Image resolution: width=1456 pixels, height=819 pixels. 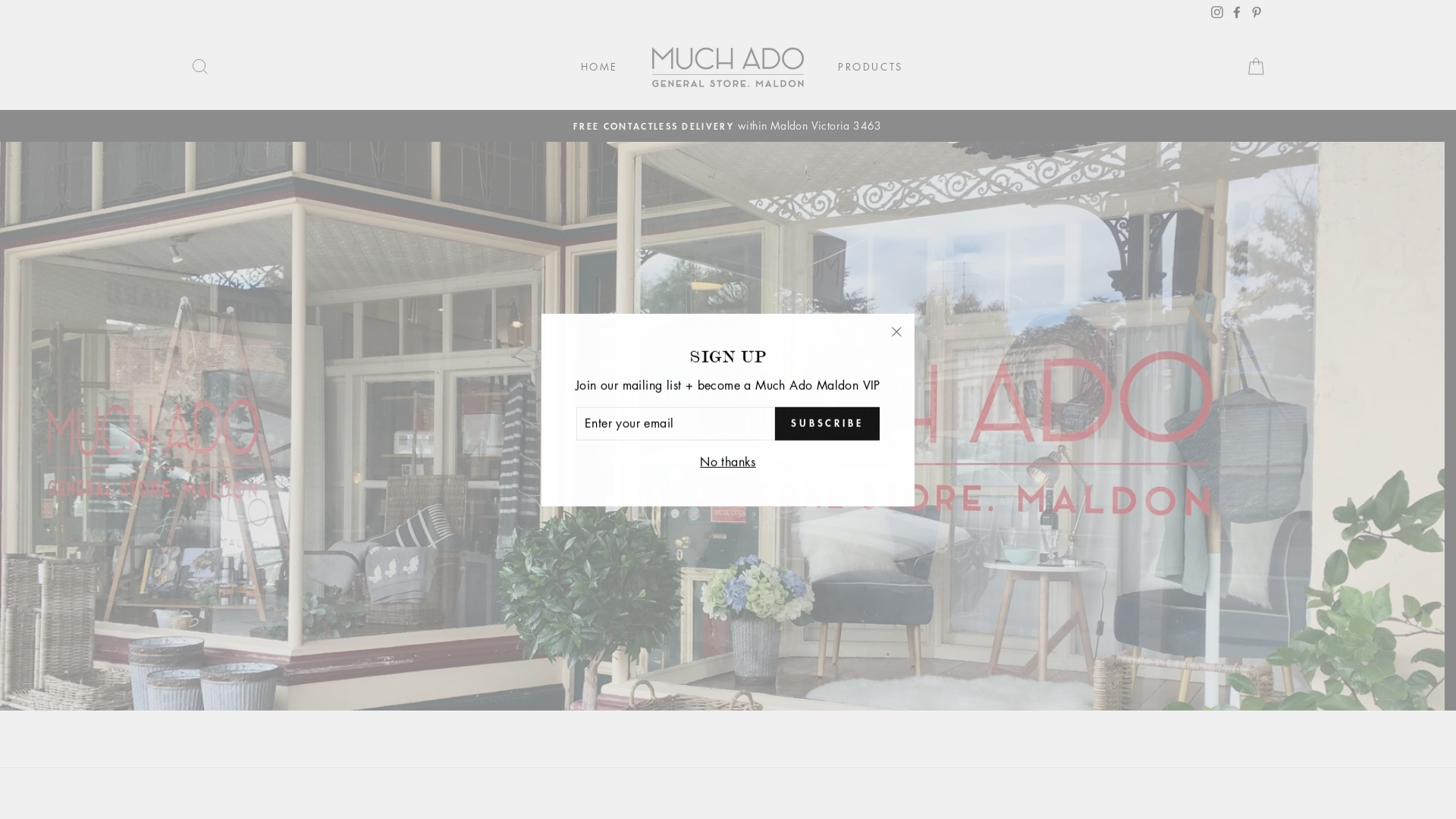 What do you see at coordinates (1230, 11) in the screenshot?
I see `'Facebook'` at bounding box center [1230, 11].